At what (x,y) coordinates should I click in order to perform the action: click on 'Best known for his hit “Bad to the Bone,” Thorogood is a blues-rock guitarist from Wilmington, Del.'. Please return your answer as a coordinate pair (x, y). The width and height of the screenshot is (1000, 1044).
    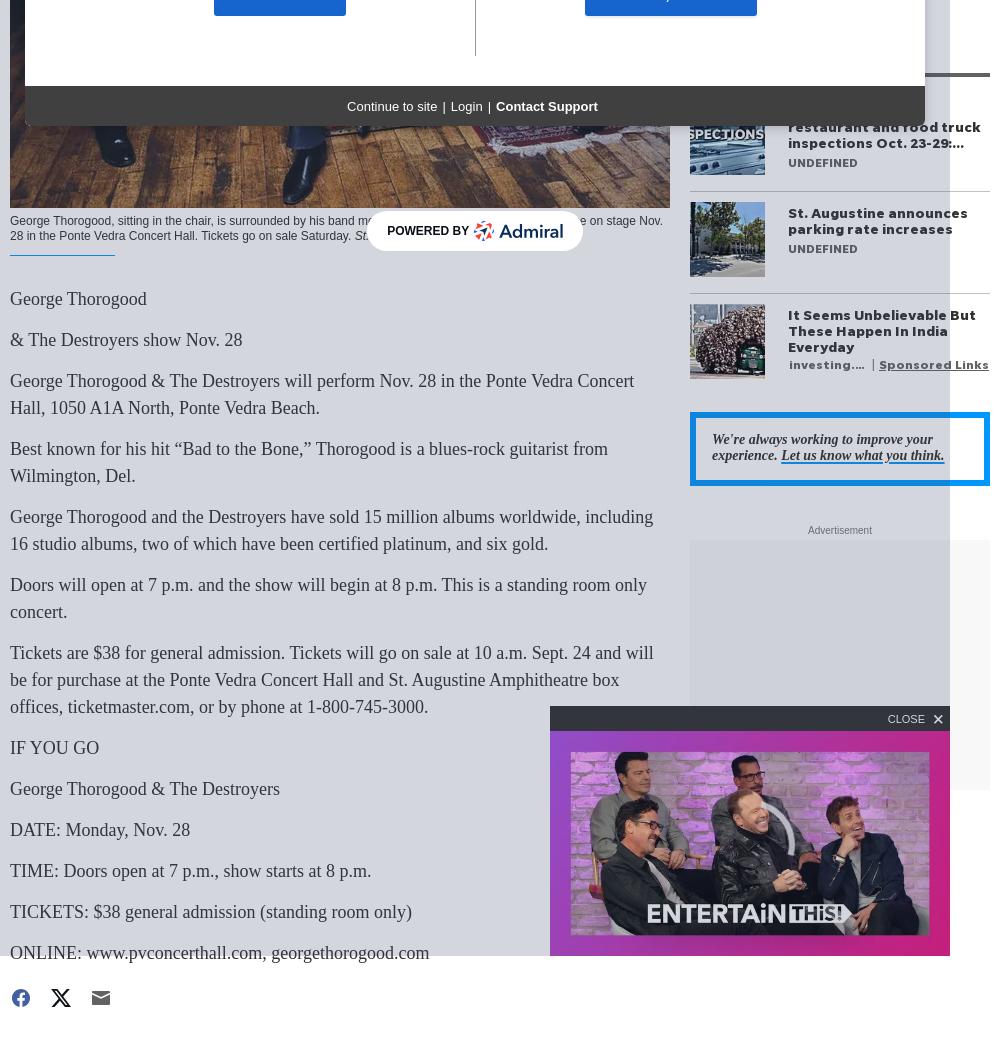
    Looking at the image, I should click on (309, 462).